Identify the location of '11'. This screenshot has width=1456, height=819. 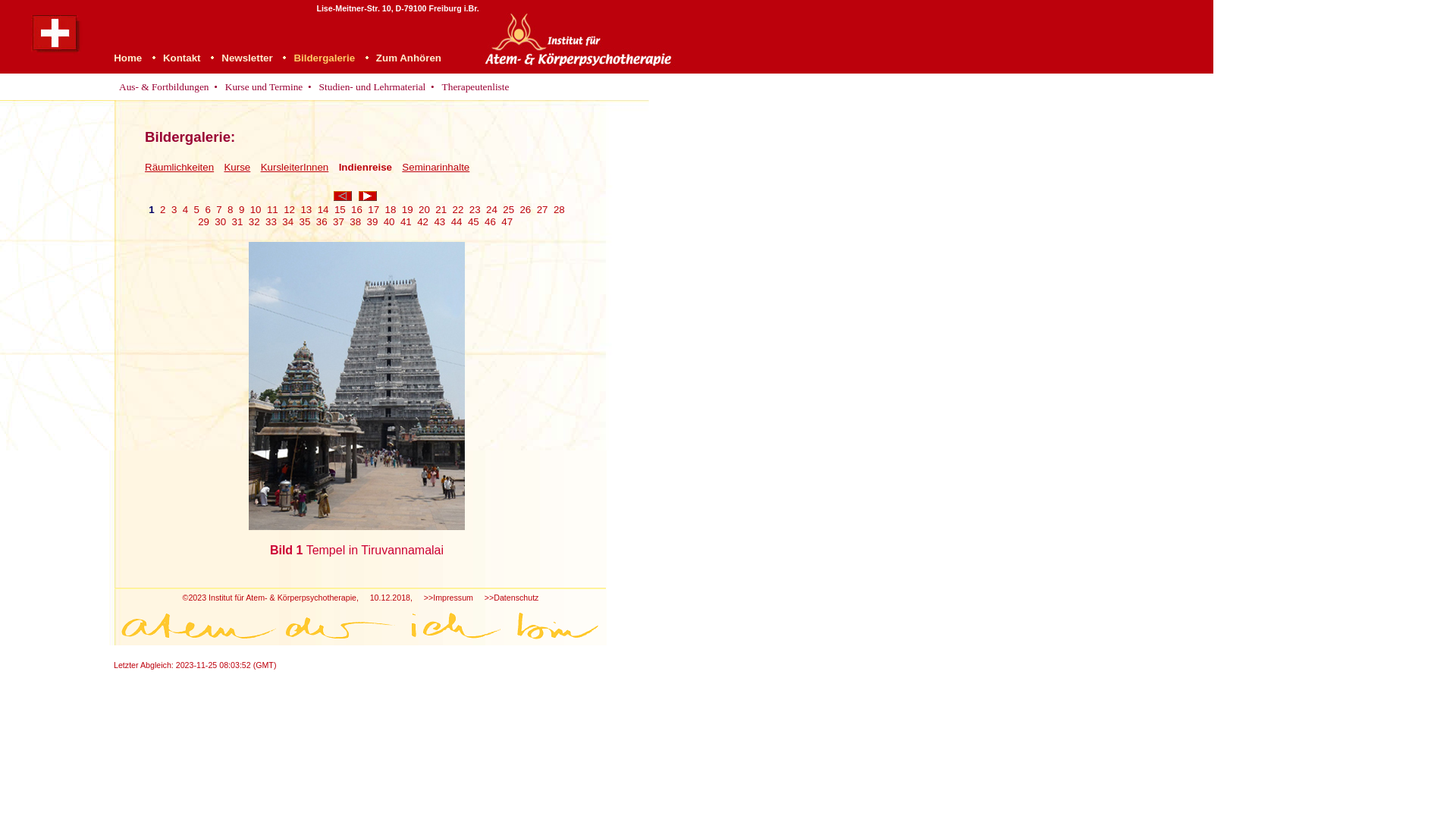
(272, 209).